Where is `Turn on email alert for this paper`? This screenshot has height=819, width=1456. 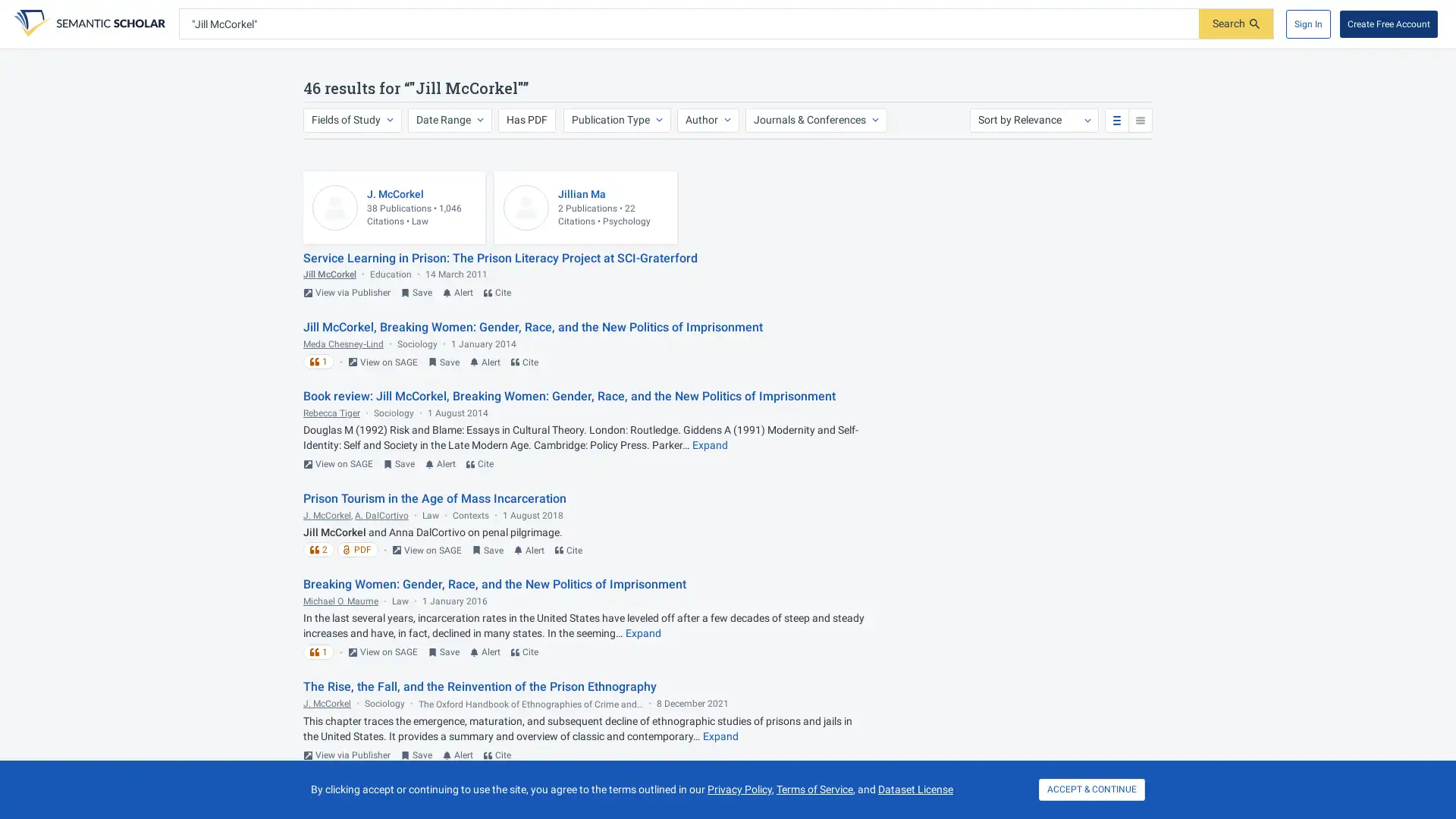 Turn on email alert for this paper is located at coordinates (439, 463).